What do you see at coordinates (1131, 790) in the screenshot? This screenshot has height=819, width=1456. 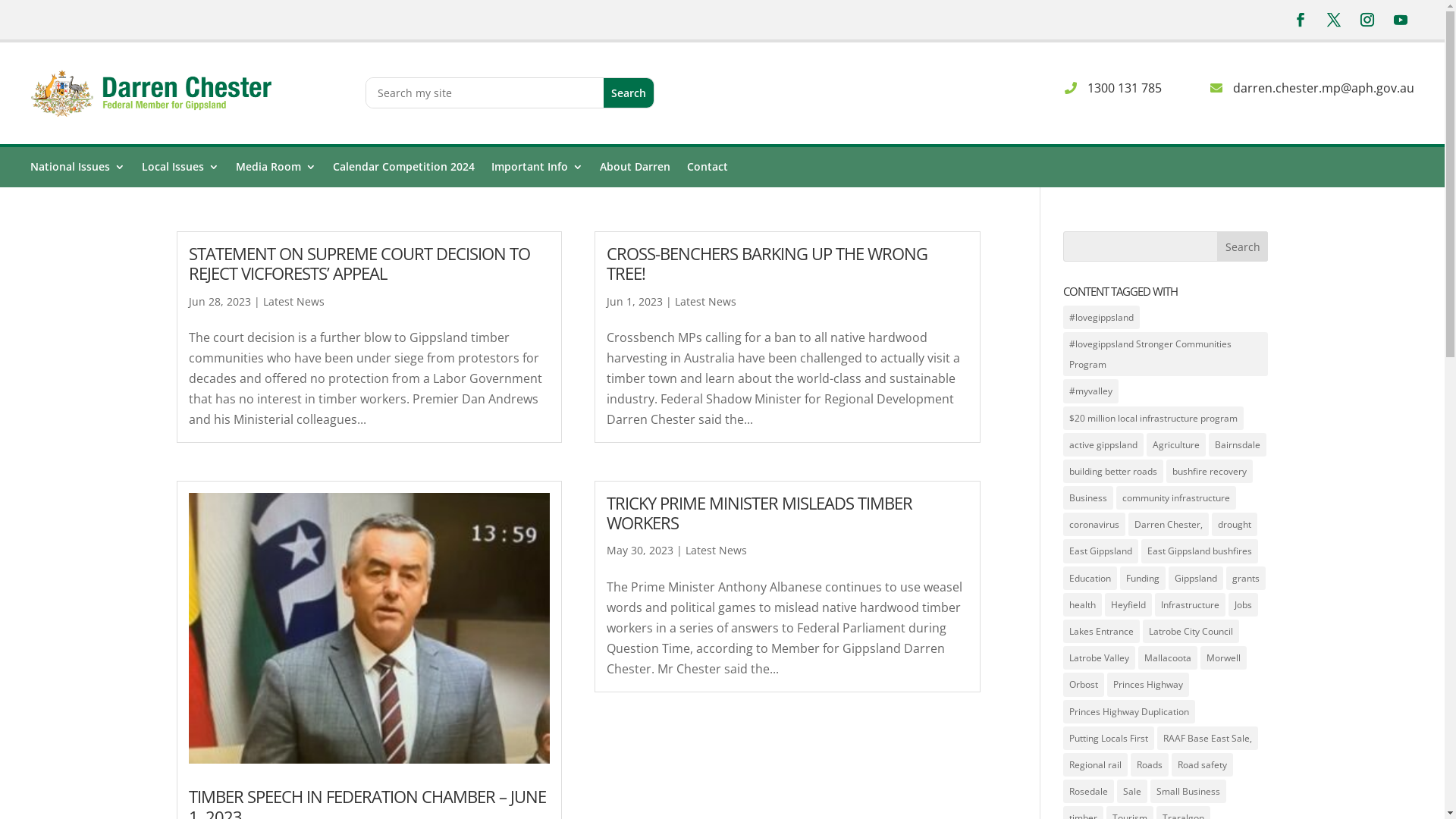 I see `'Sale'` at bounding box center [1131, 790].